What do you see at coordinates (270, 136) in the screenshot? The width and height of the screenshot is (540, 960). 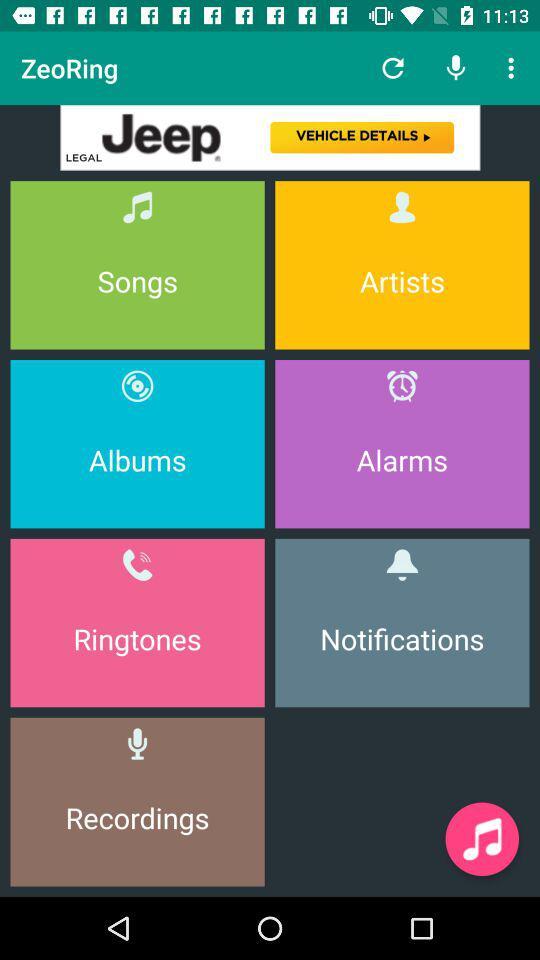 I see `vehicle details` at bounding box center [270, 136].